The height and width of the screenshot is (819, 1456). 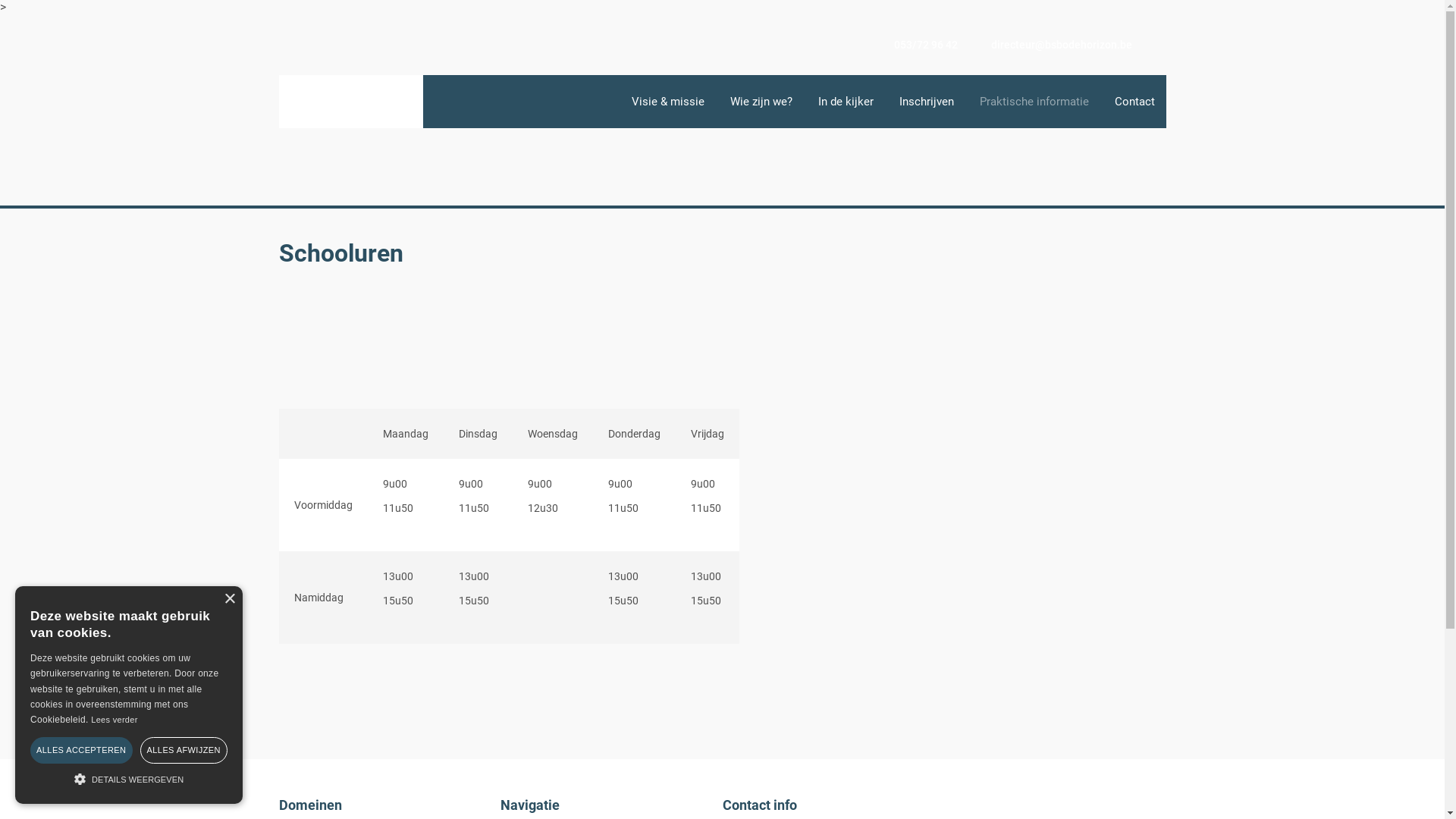 What do you see at coordinates (380, 82) in the screenshot?
I see `'Praktische informatie'` at bounding box center [380, 82].